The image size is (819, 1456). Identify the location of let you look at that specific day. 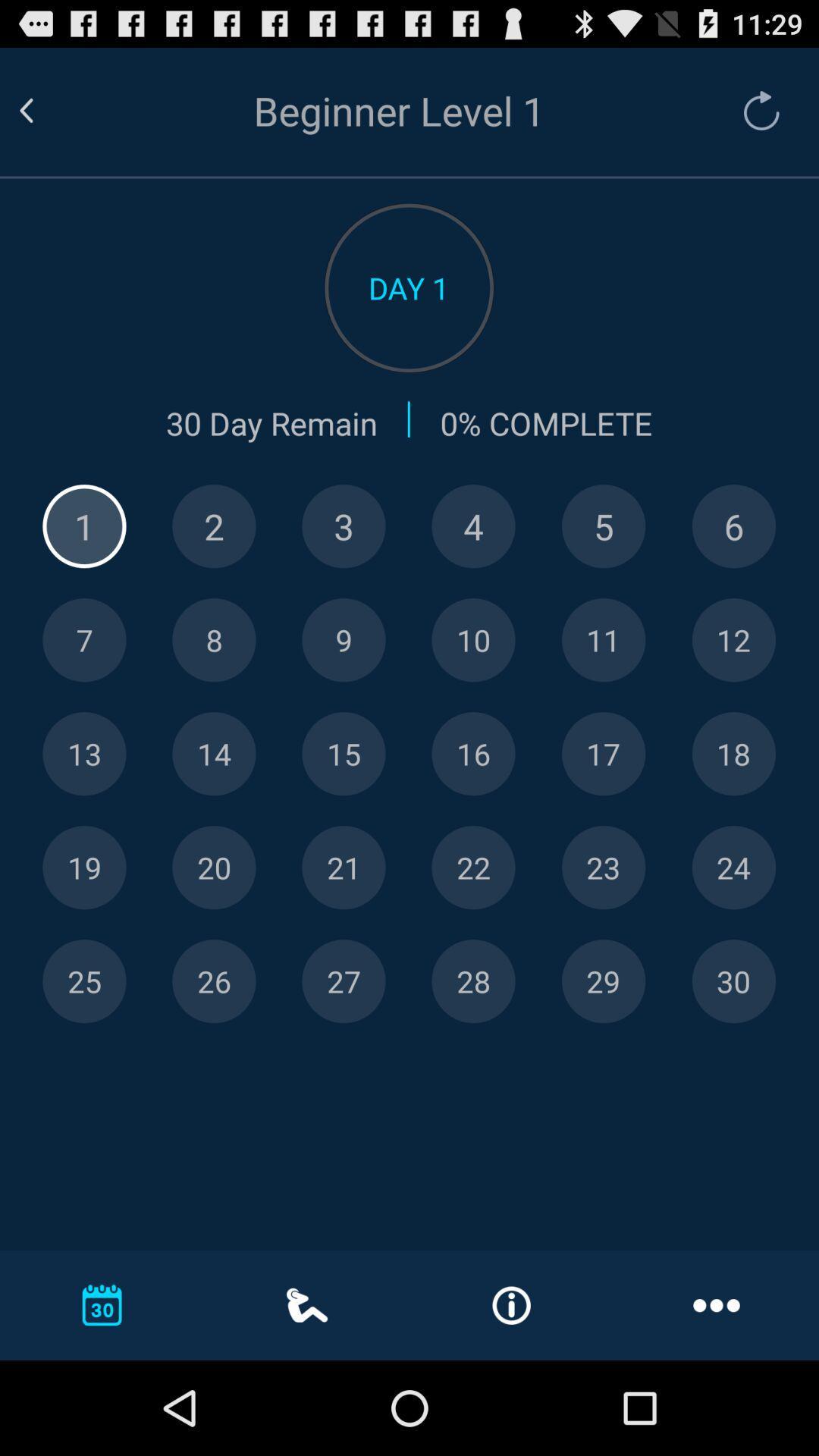
(603, 981).